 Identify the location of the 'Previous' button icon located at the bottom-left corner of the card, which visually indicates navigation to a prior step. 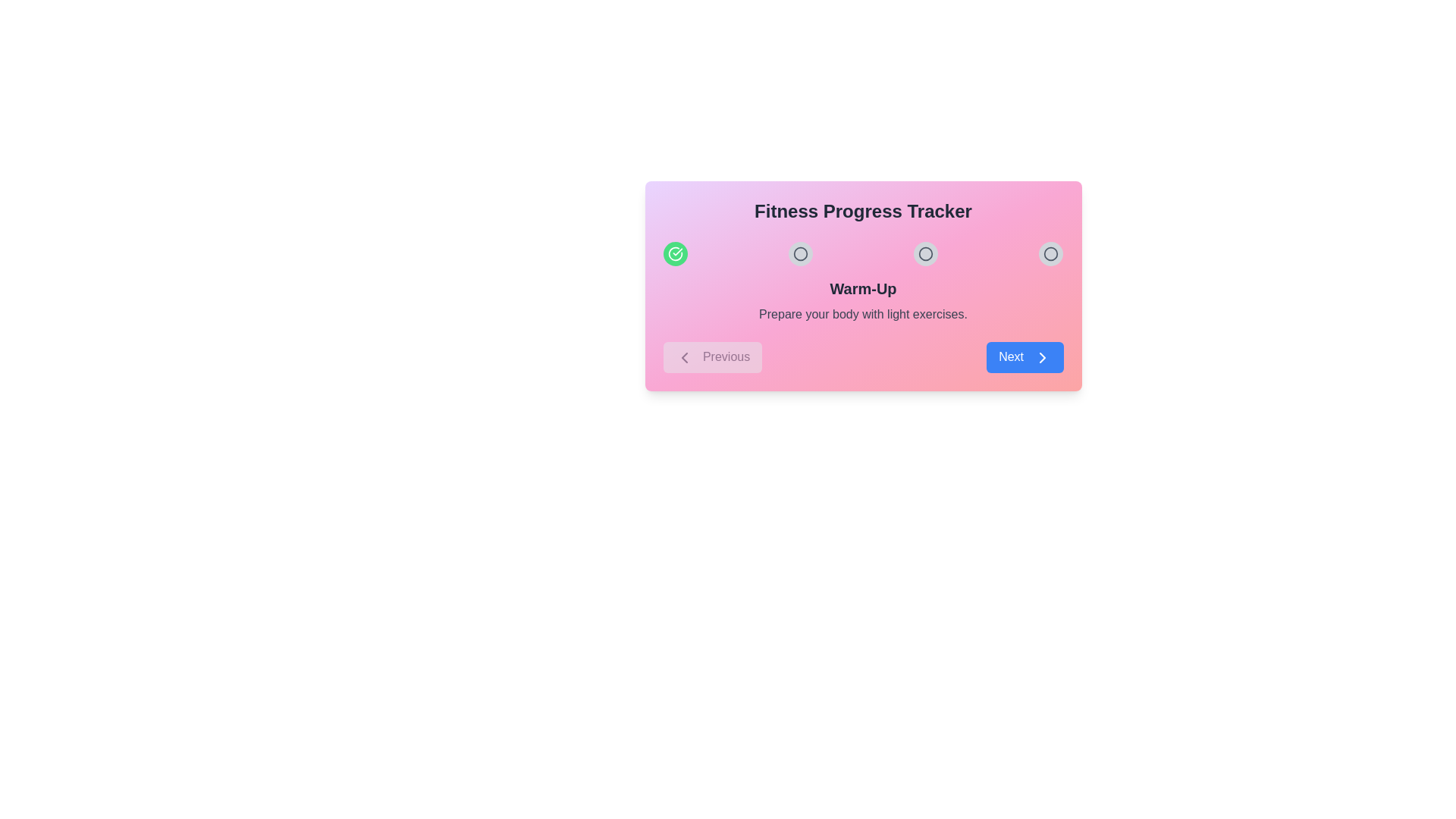
(683, 357).